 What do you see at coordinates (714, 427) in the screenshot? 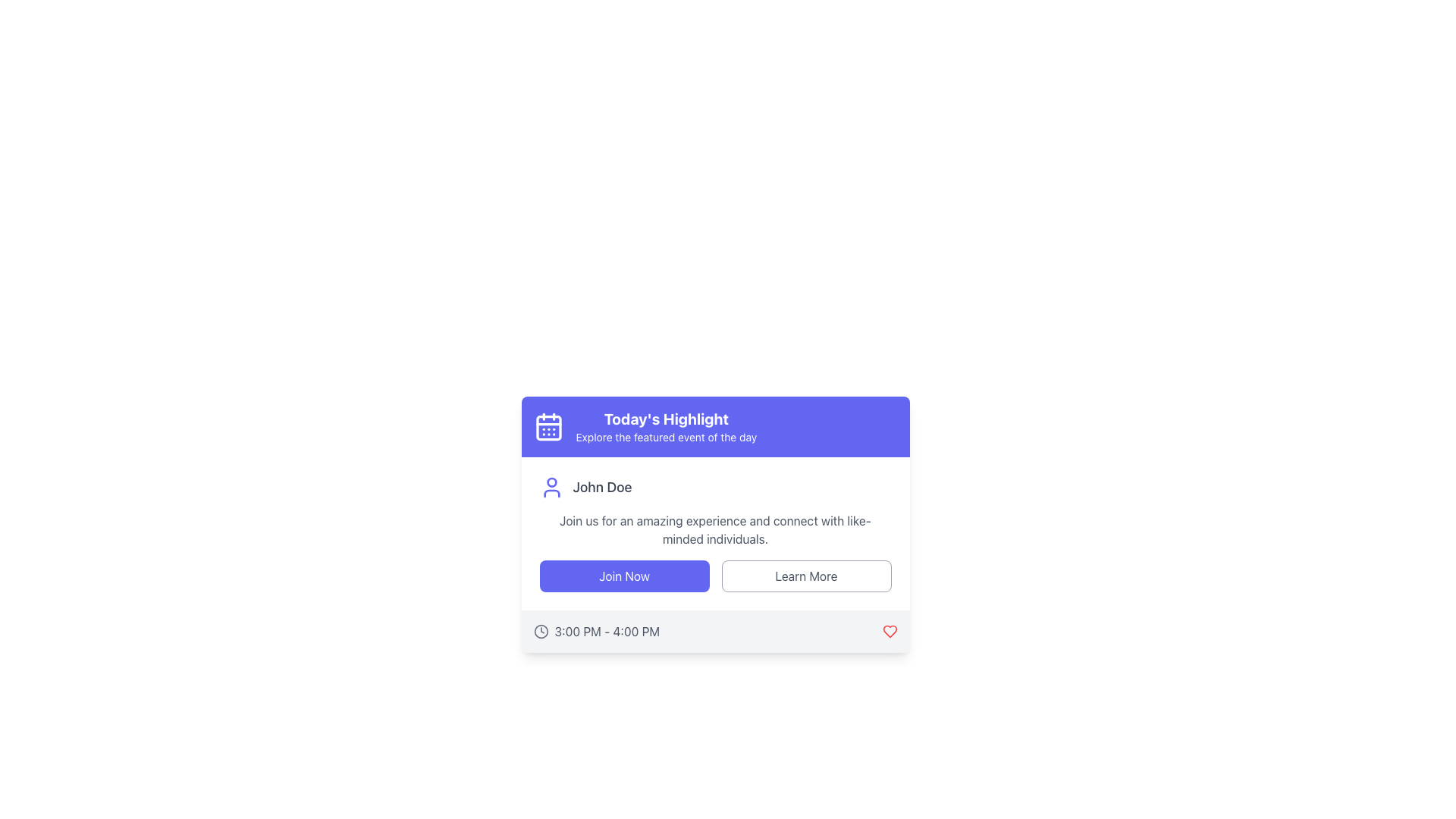
I see `the composite component with a purple background that contains the title 'Today's Highlight' and a calendar icon` at bounding box center [714, 427].